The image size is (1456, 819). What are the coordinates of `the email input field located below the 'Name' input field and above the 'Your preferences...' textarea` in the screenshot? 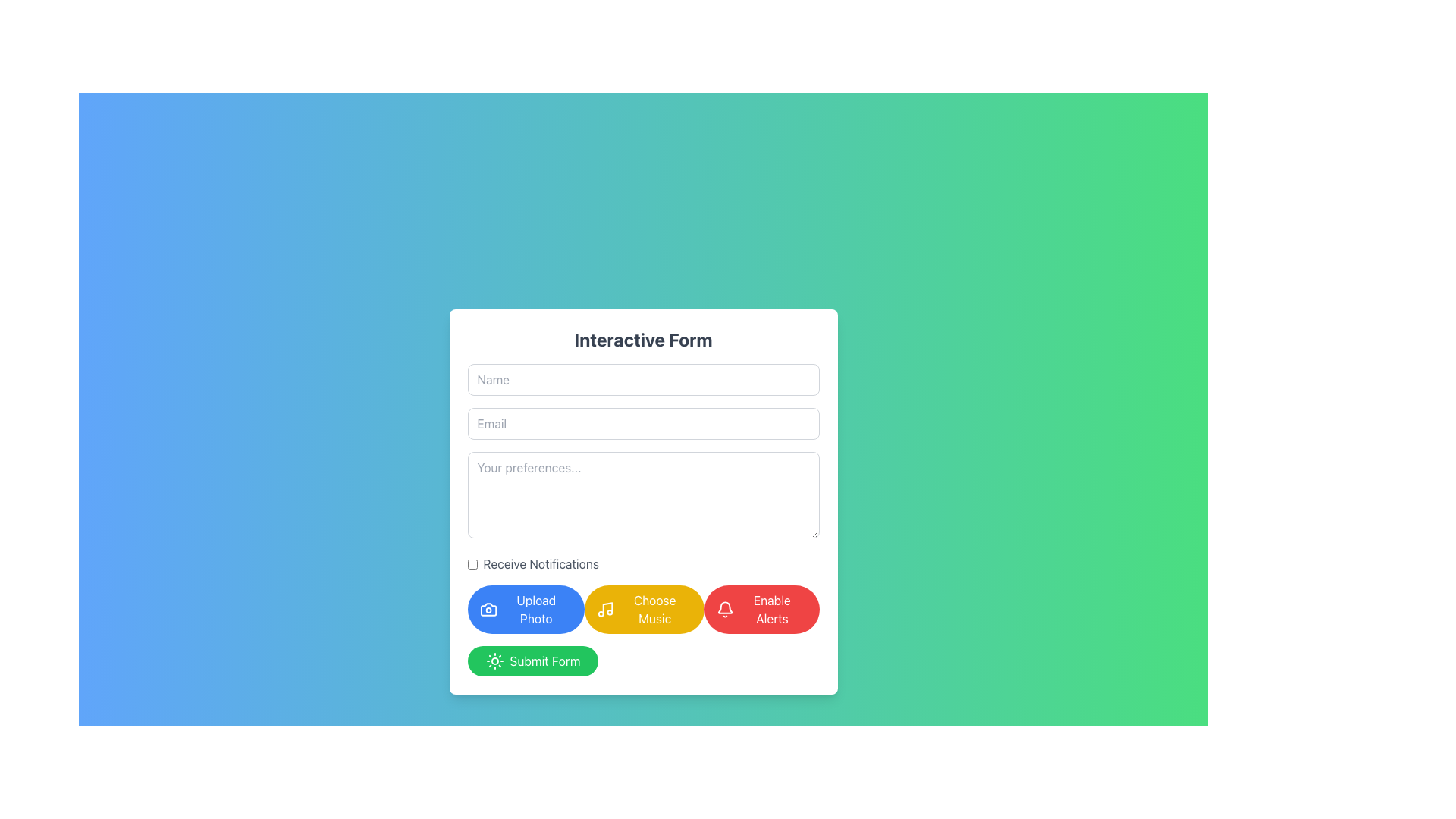 It's located at (643, 424).